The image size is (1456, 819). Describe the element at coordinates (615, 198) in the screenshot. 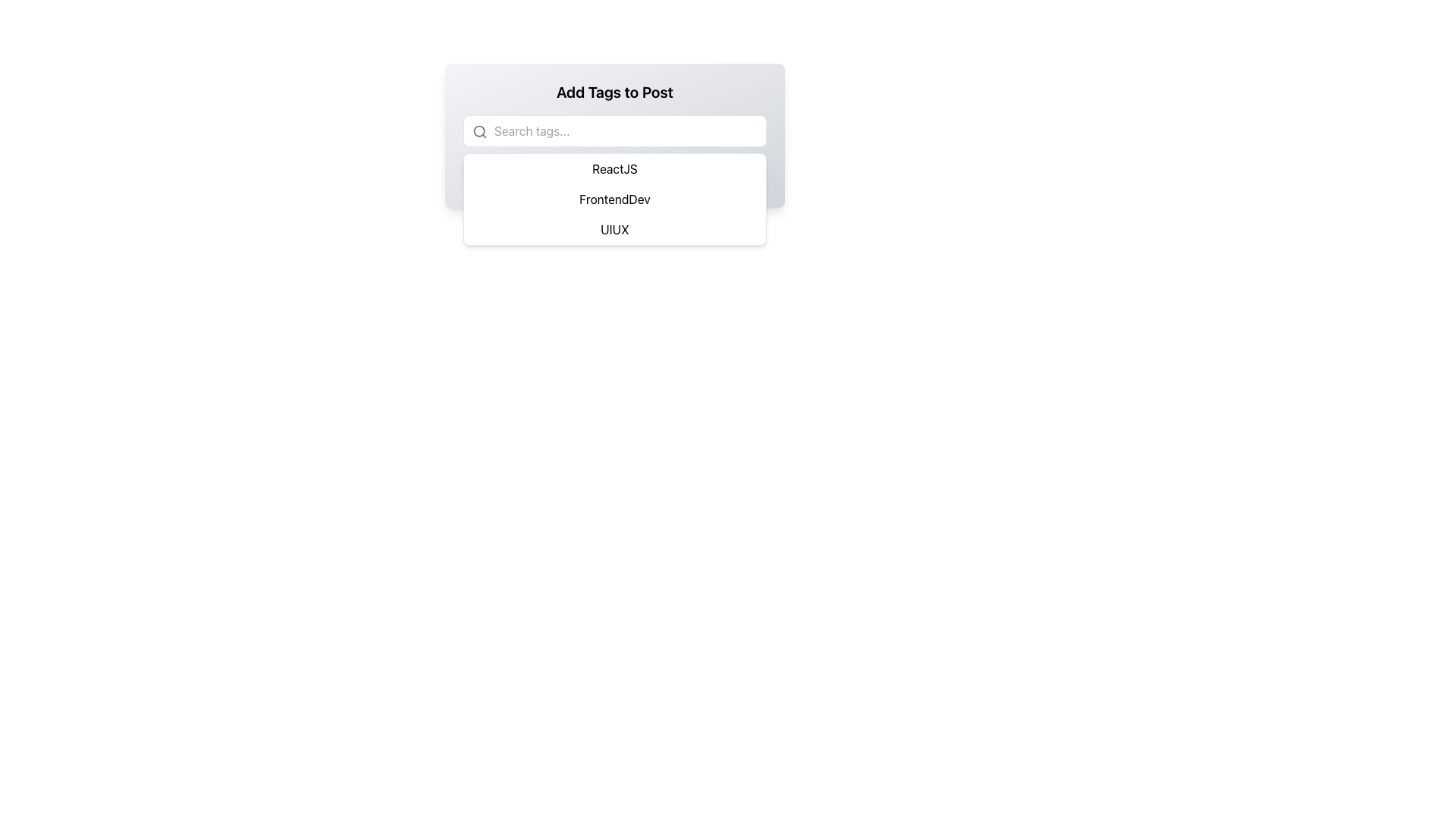

I see `the 'FrontendDev' option in the dropdown menu located beneath the 'Search tags...' input field` at that location.